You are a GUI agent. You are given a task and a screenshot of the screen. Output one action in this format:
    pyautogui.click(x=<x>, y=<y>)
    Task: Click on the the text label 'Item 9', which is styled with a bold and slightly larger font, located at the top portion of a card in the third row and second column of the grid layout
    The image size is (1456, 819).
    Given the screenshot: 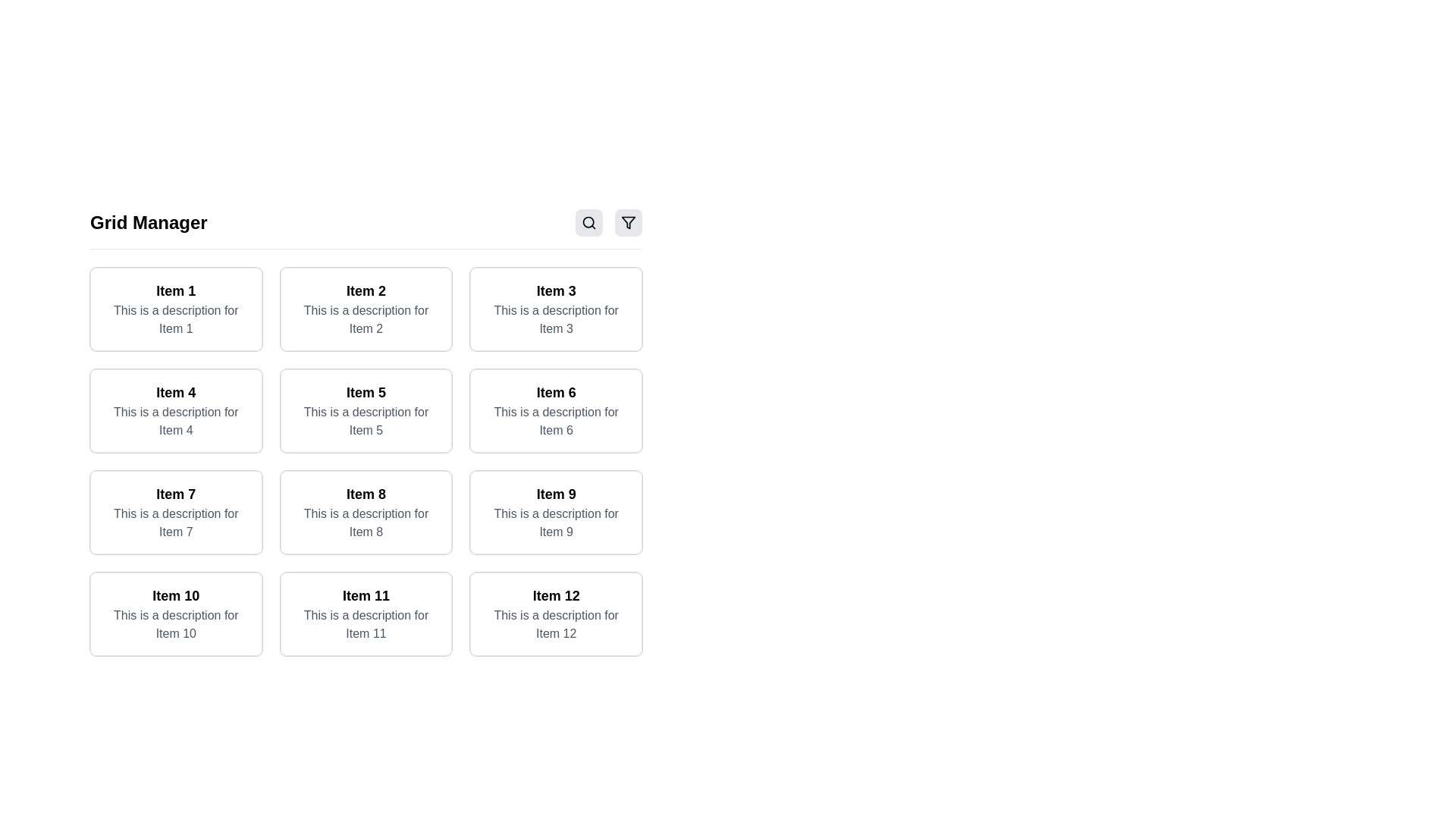 What is the action you would take?
    pyautogui.click(x=555, y=494)
    